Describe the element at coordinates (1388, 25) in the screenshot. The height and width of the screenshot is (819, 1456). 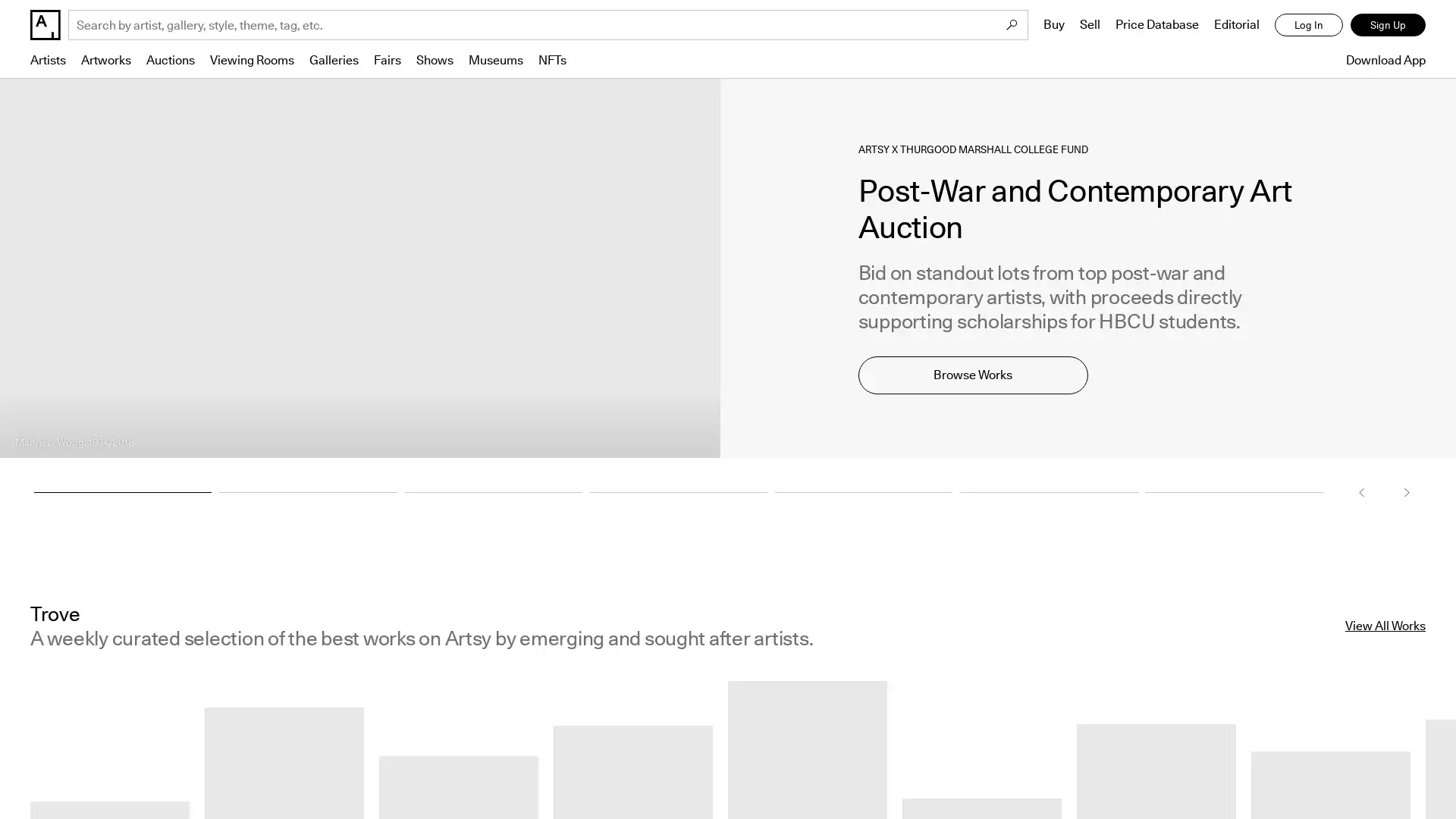
I see `Sign Up` at that location.